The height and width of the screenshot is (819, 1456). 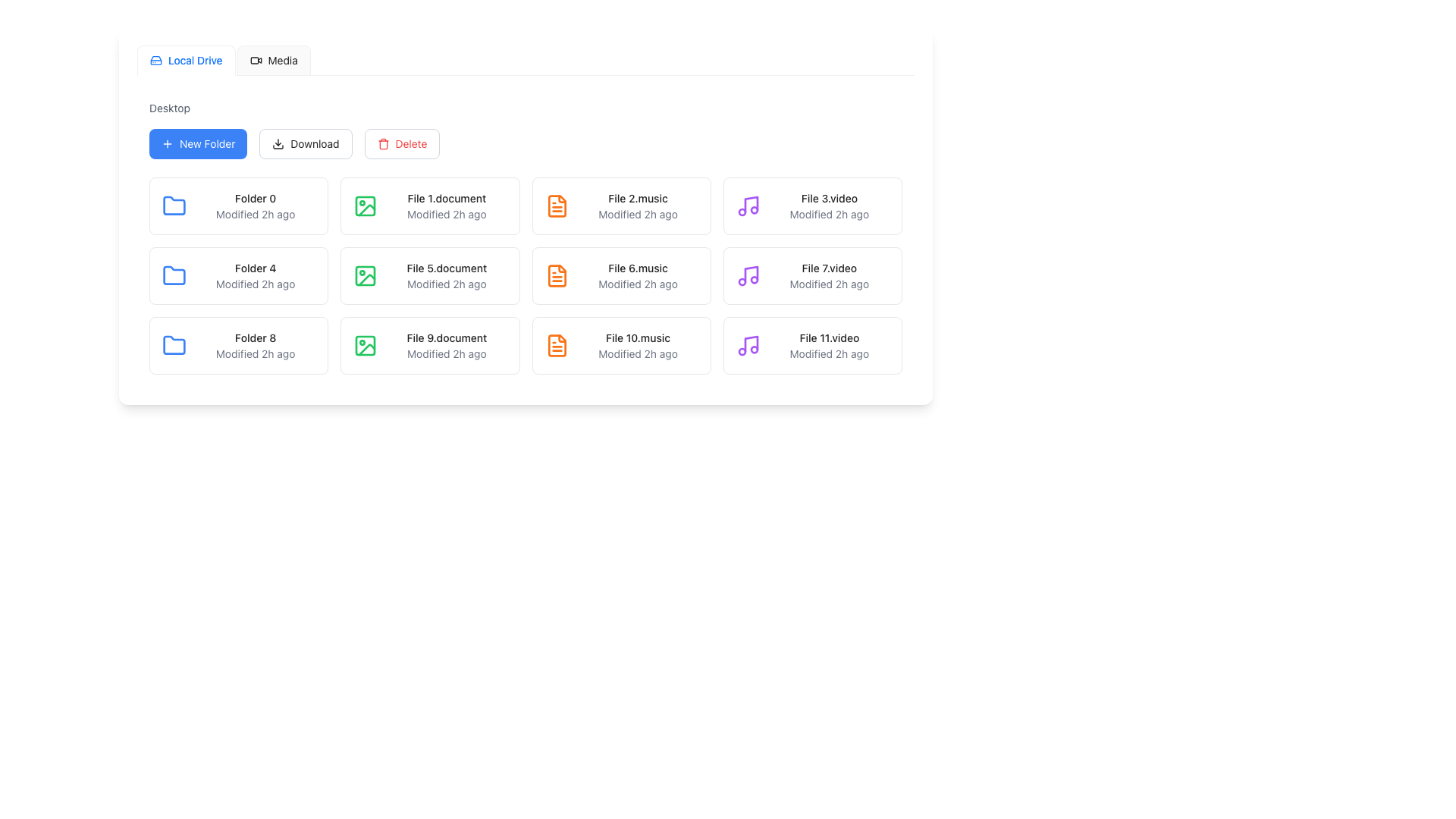 I want to click on the Clickable folder item labeled 'Folder 4' which has a blue folder icon on the left and displays 'Modified 2h ago' below it, so click(x=238, y=275).